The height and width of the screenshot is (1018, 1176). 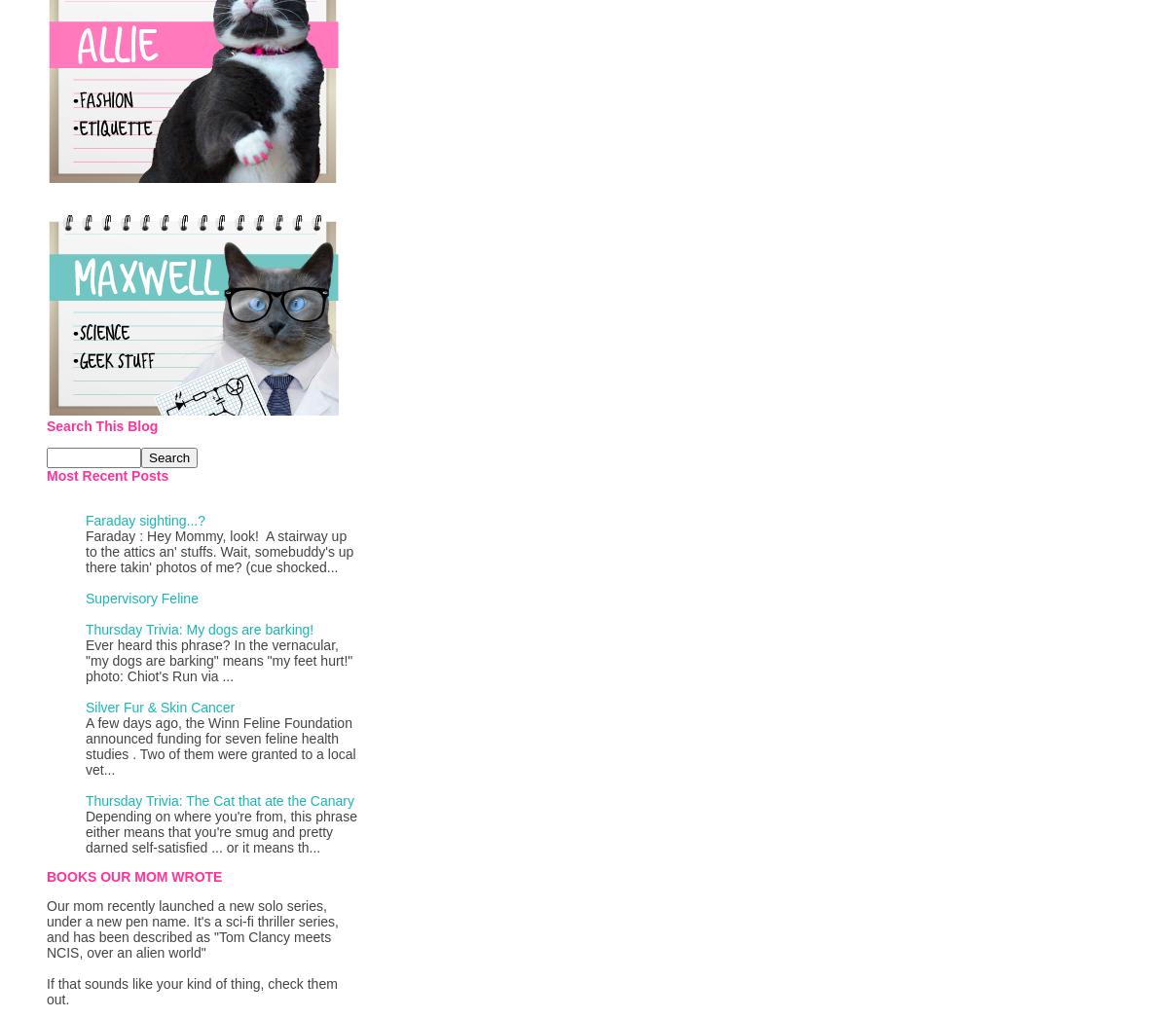 I want to click on 'Supervisory Feline', so click(x=84, y=598).